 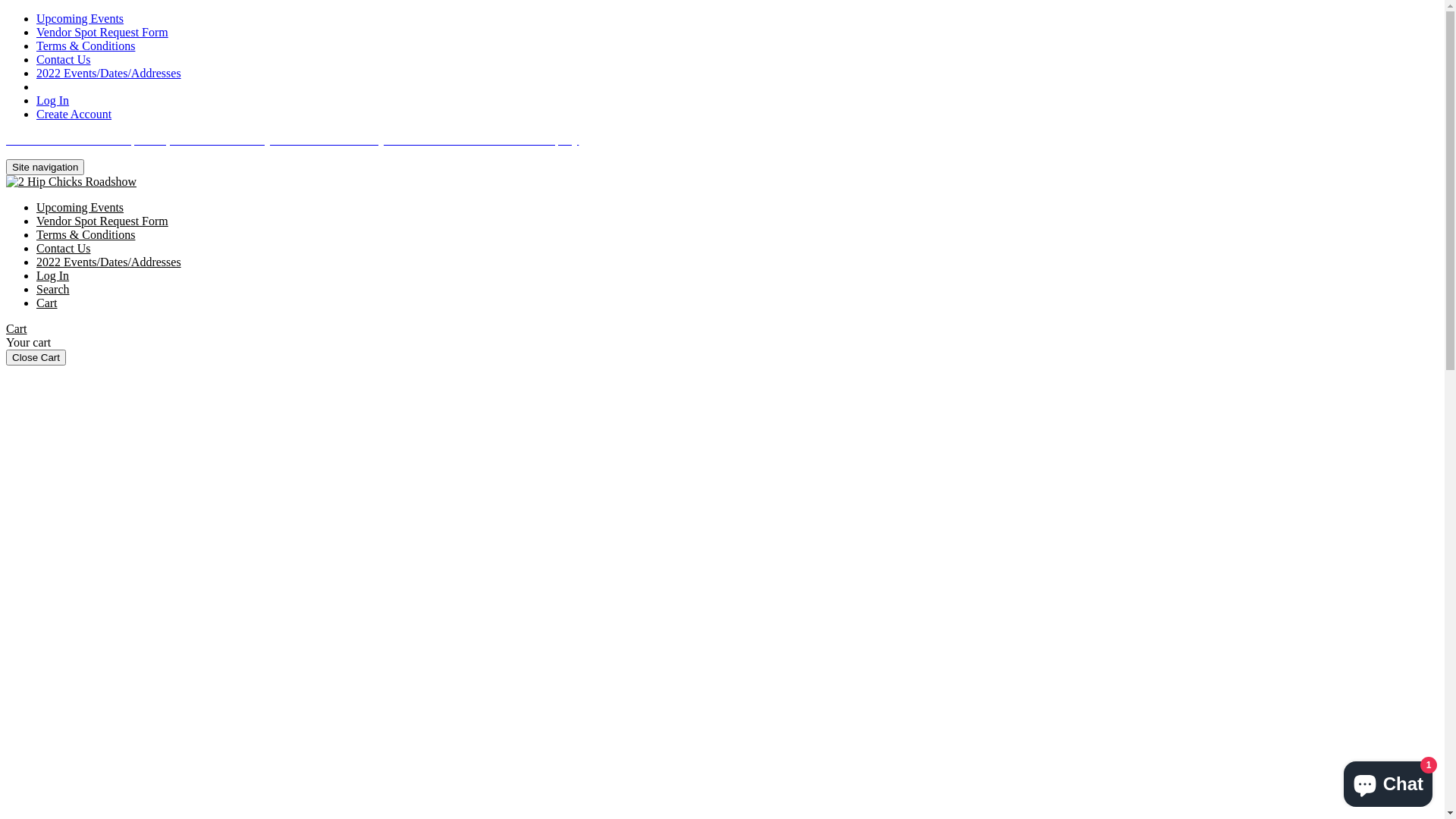 What do you see at coordinates (1388, 780) in the screenshot?
I see `'Shopify online store chat'` at bounding box center [1388, 780].